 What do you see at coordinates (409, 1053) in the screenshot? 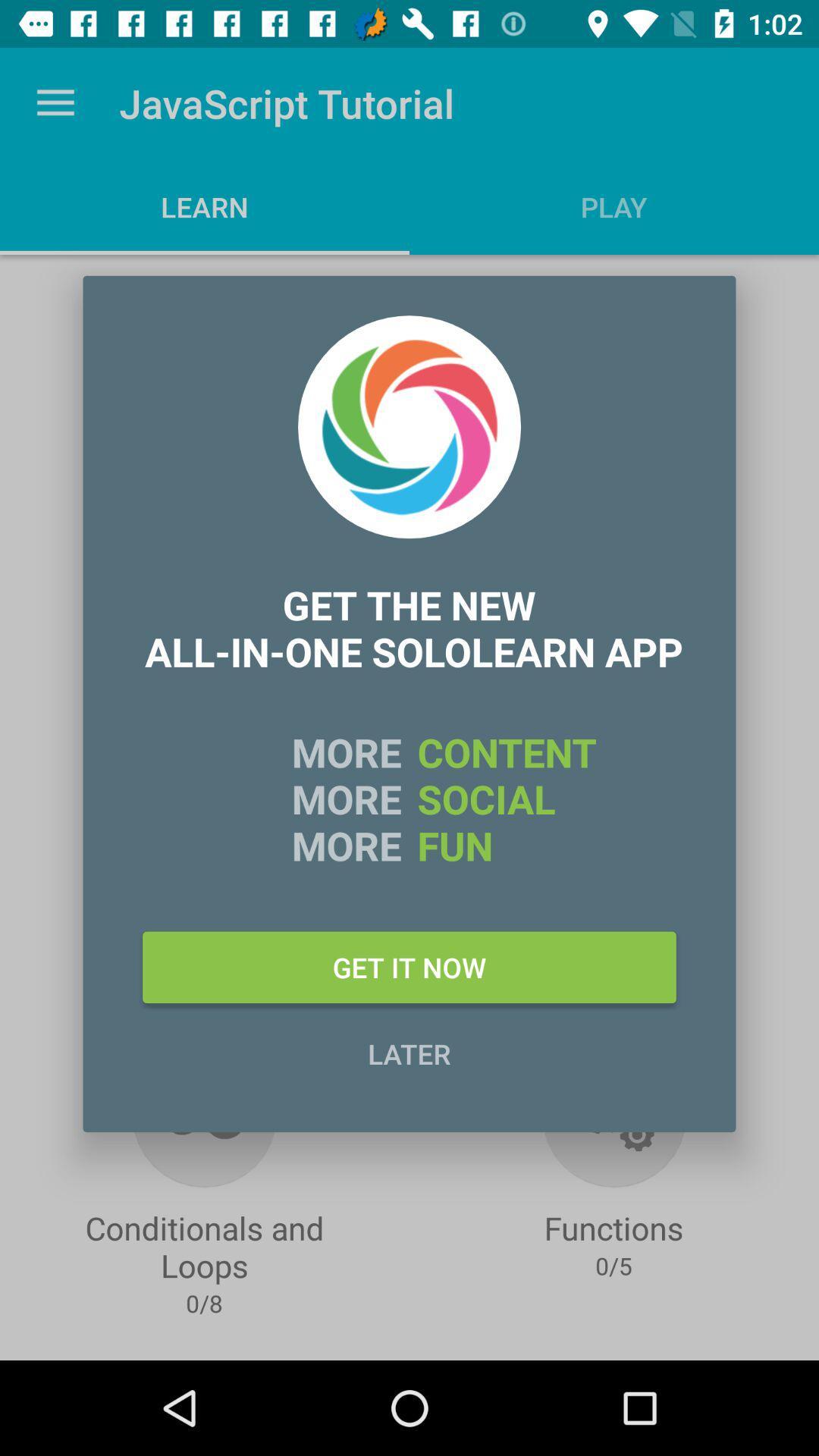
I see `the later` at bounding box center [409, 1053].